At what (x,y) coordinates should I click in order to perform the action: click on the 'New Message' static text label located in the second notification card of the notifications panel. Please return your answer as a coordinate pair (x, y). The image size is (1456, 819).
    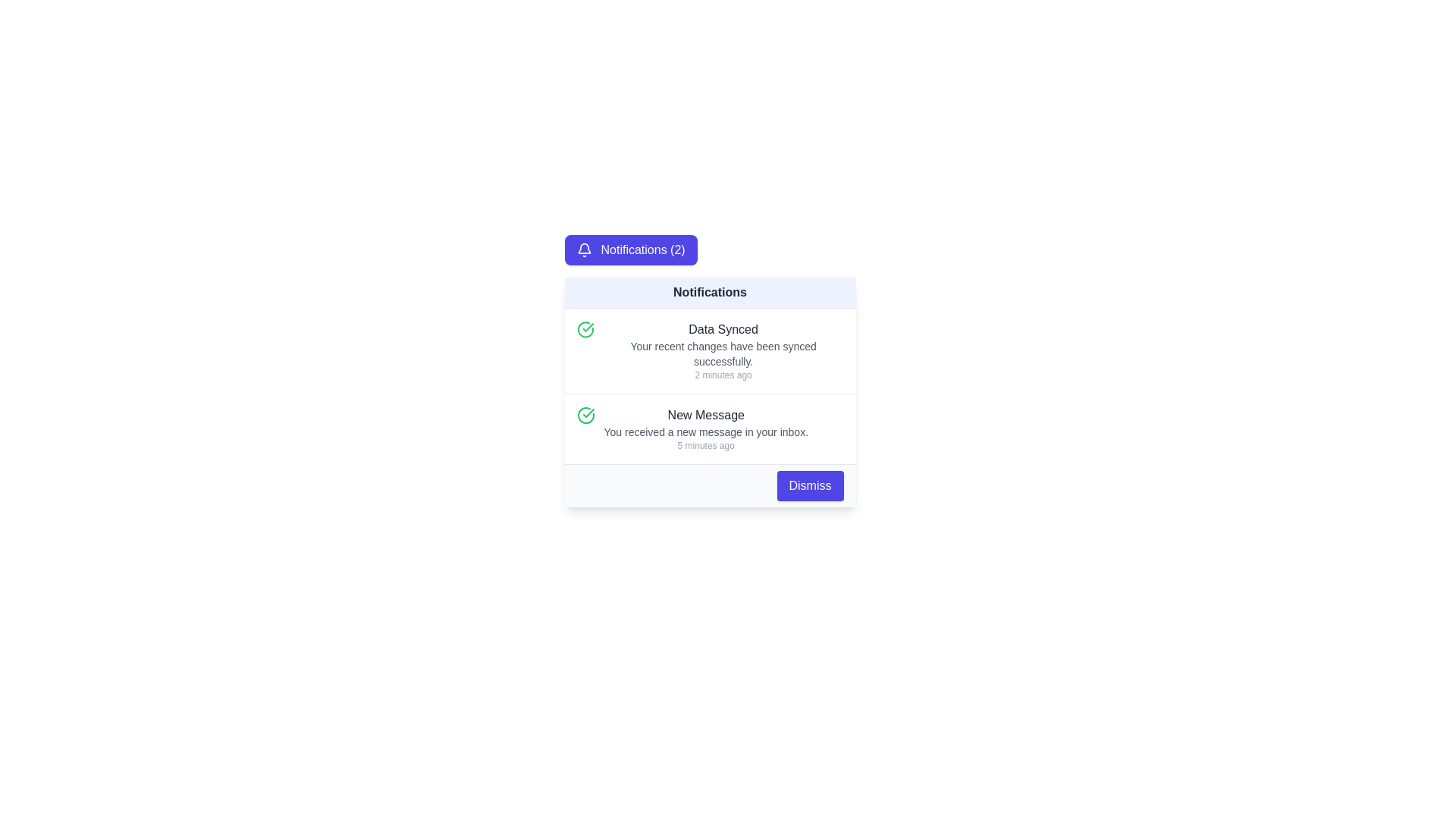
    Looking at the image, I should click on (705, 415).